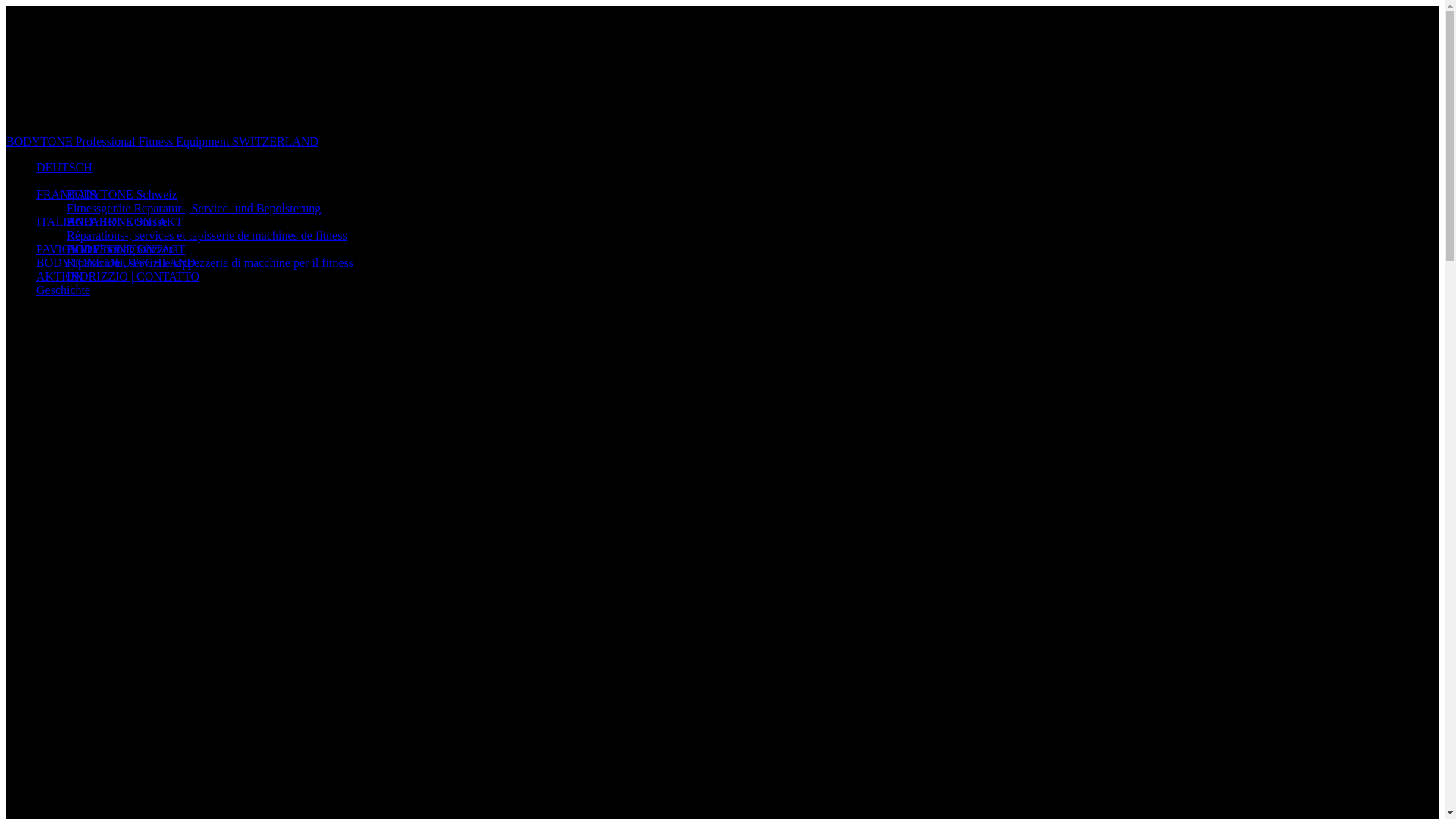 Image resolution: width=1456 pixels, height=819 pixels. Describe the element at coordinates (124, 221) in the screenshot. I see `'ANFAHRT KONTAKT'` at that location.